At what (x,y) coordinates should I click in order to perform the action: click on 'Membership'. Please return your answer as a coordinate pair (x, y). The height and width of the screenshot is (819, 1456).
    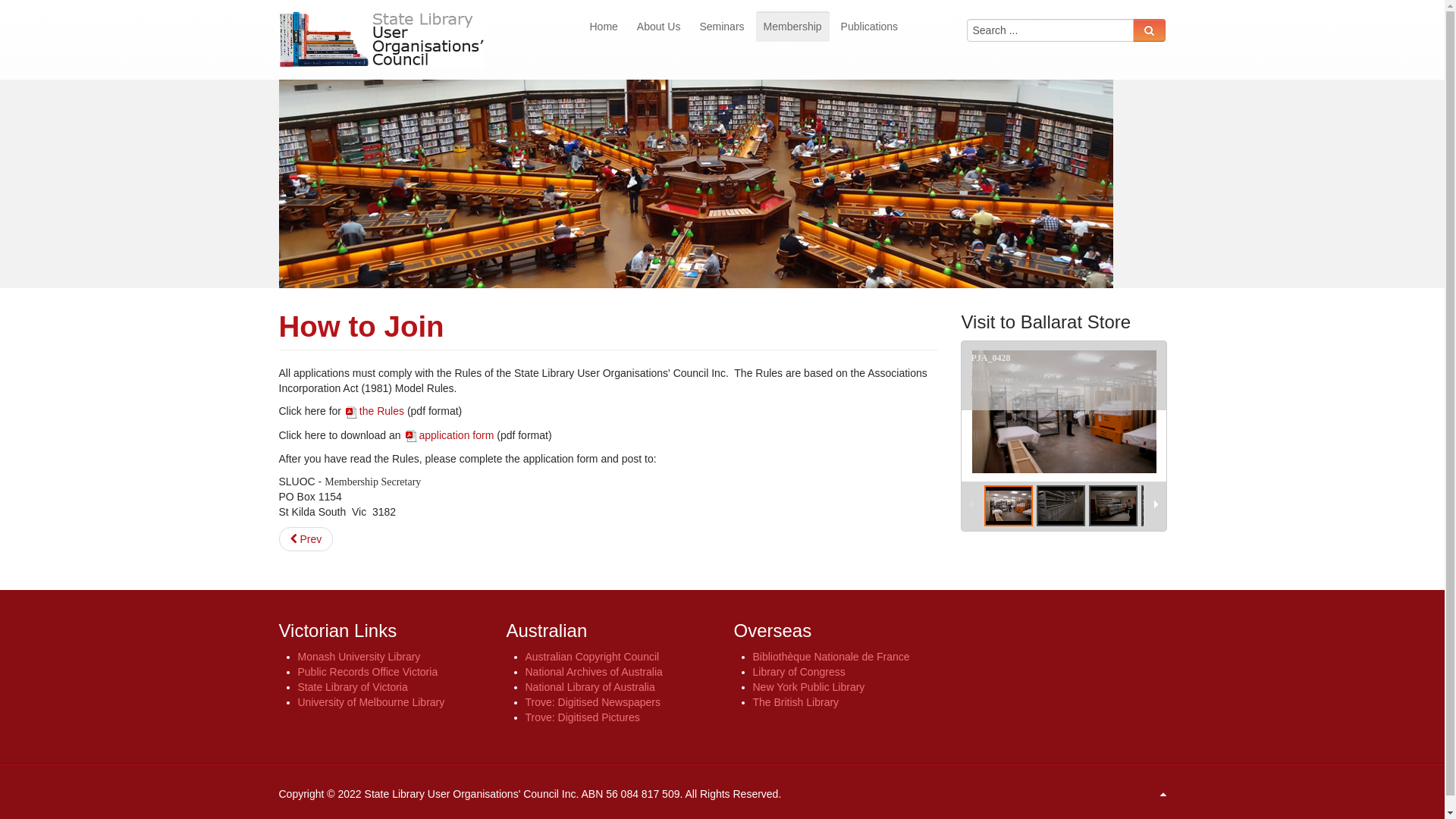
    Looking at the image, I should click on (792, 26).